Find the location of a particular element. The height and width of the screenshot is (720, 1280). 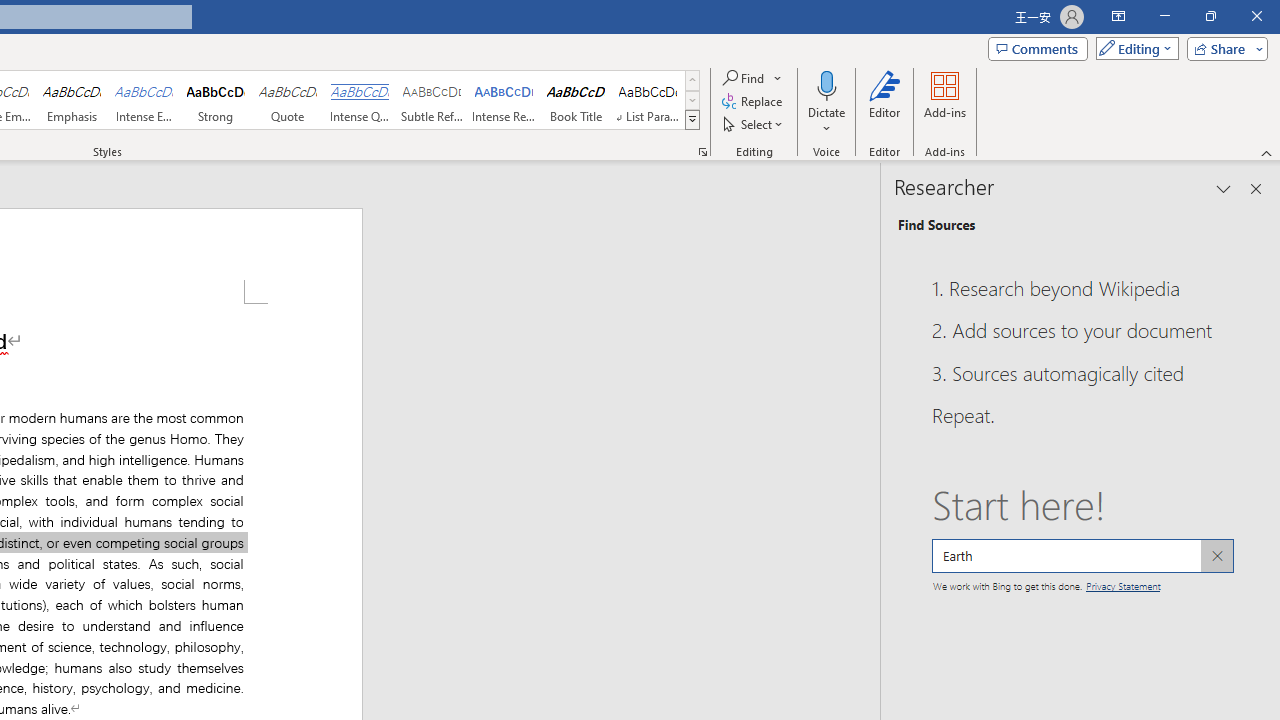

'Ribbon Display Options' is located at coordinates (1117, 16).